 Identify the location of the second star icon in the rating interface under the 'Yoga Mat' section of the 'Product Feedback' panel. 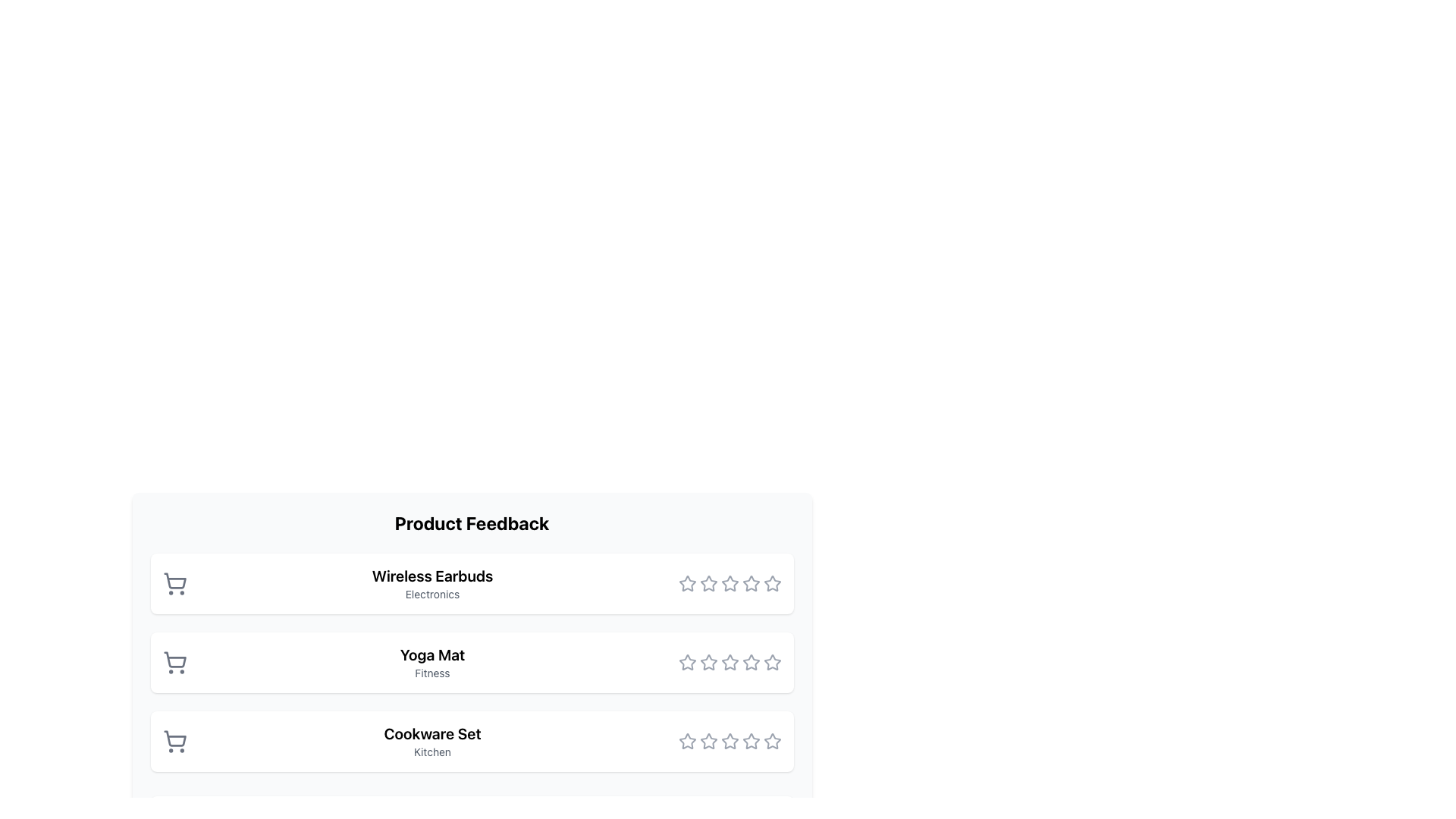
(708, 661).